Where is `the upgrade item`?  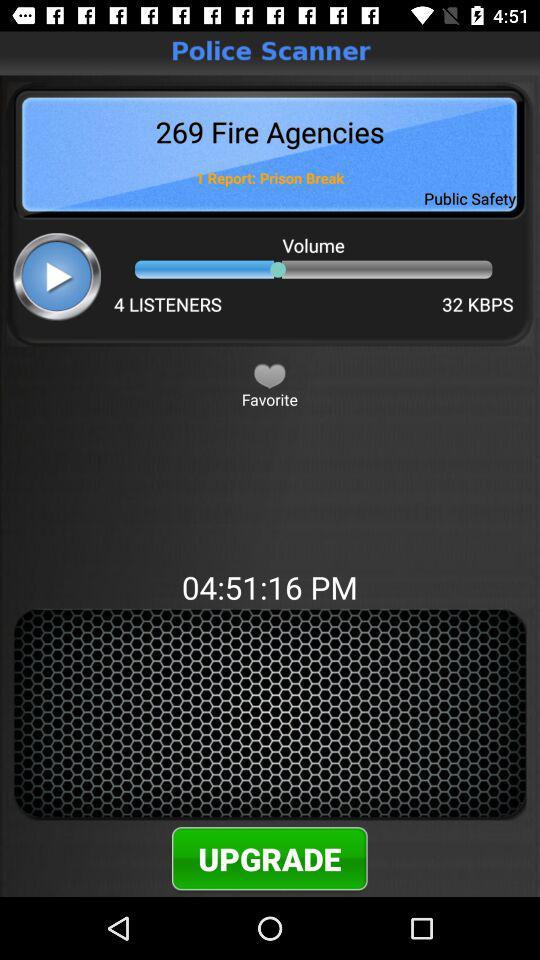
the upgrade item is located at coordinates (269, 857).